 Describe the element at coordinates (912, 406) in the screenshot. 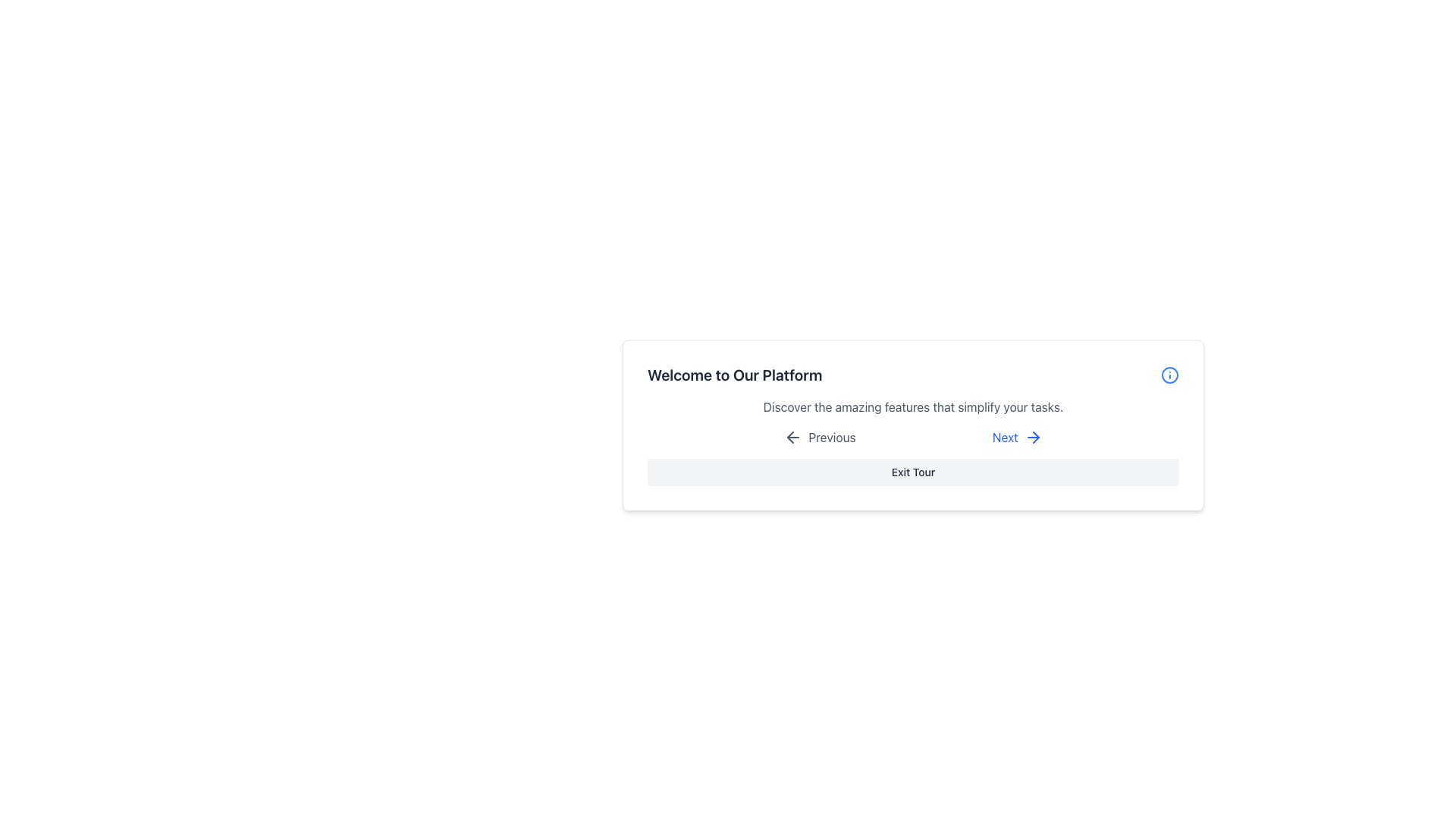

I see `the static text element that provides information about the platform's features, located below the header 'Welcome to Our Platform' and above the navigation options 'Previous' and 'Next'` at that location.